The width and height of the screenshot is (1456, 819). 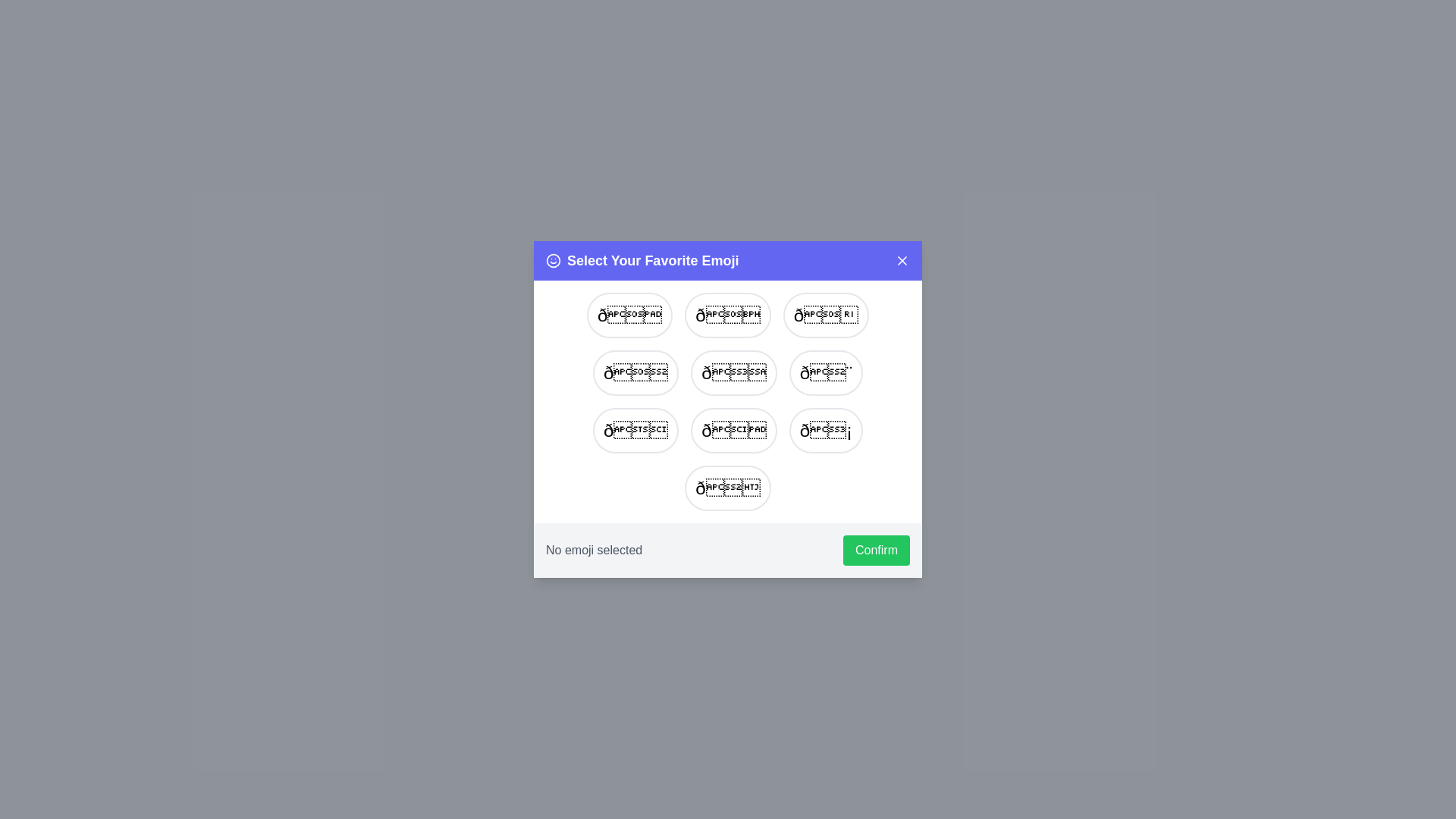 I want to click on the emoji 🎨 from the list, so click(x=825, y=373).